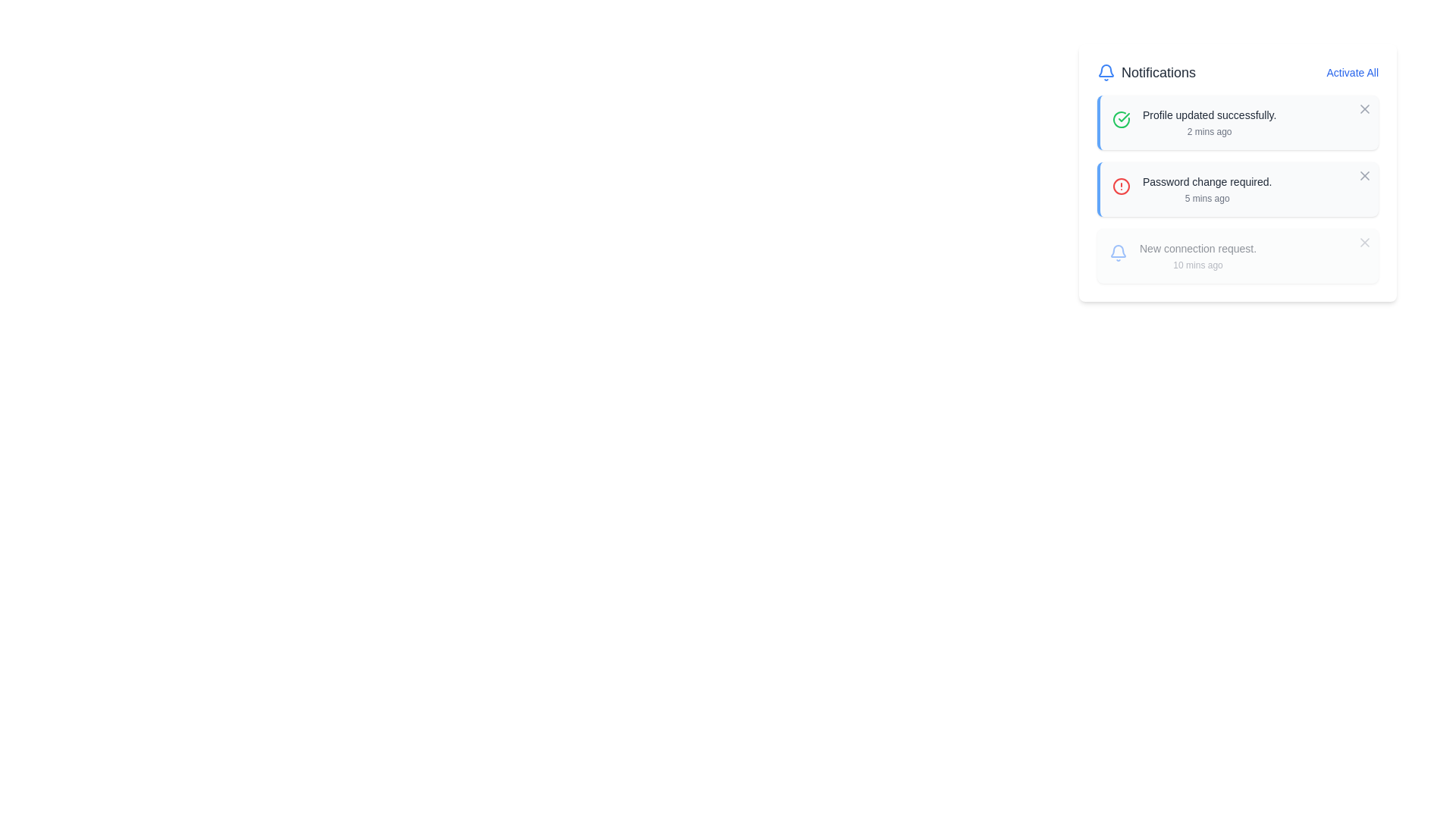 Image resolution: width=1456 pixels, height=819 pixels. I want to click on the timestamp text label located within the notification panel under the 'Password change required.' notification, so click(1207, 198).